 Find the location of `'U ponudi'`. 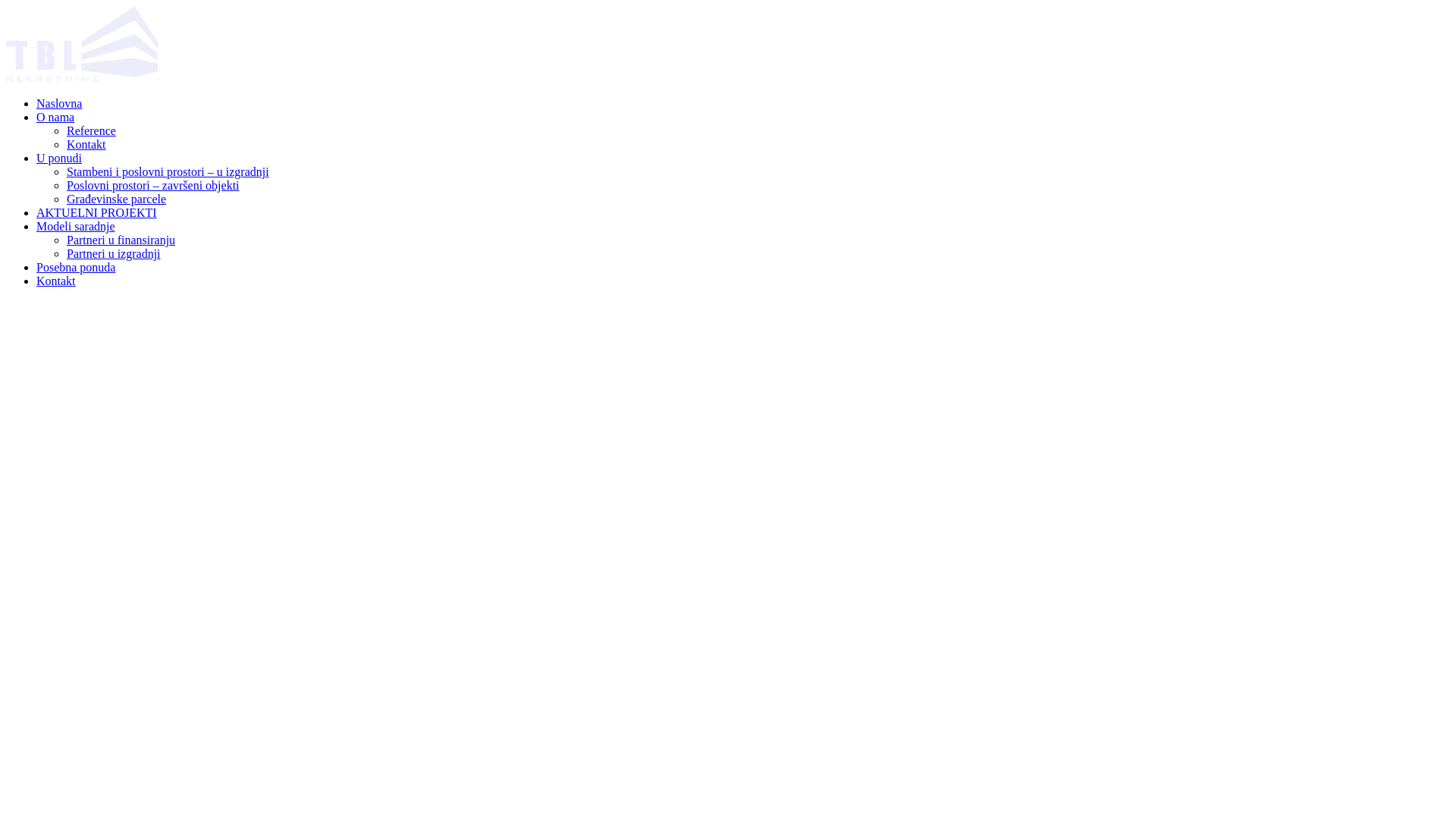

'U ponudi' is located at coordinates (58, 158).